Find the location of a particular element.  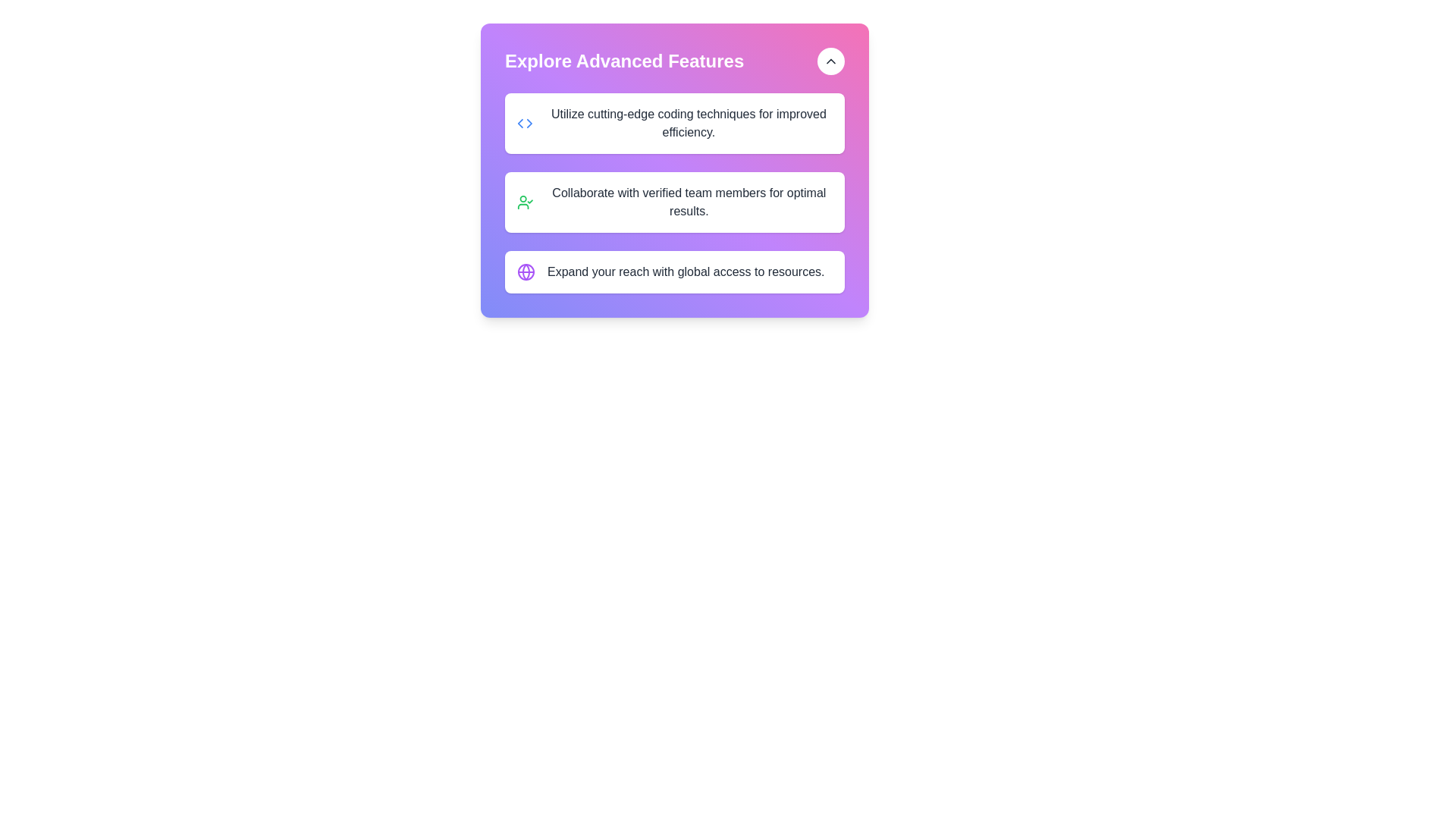

the globe icon, which is a vector graphic styled with a circular outline and intersecting lines, located to the left of the text 'Expand your reach with global access to resources' in the 'Explore Advanced Features' card is located at coordinates (526, 271).